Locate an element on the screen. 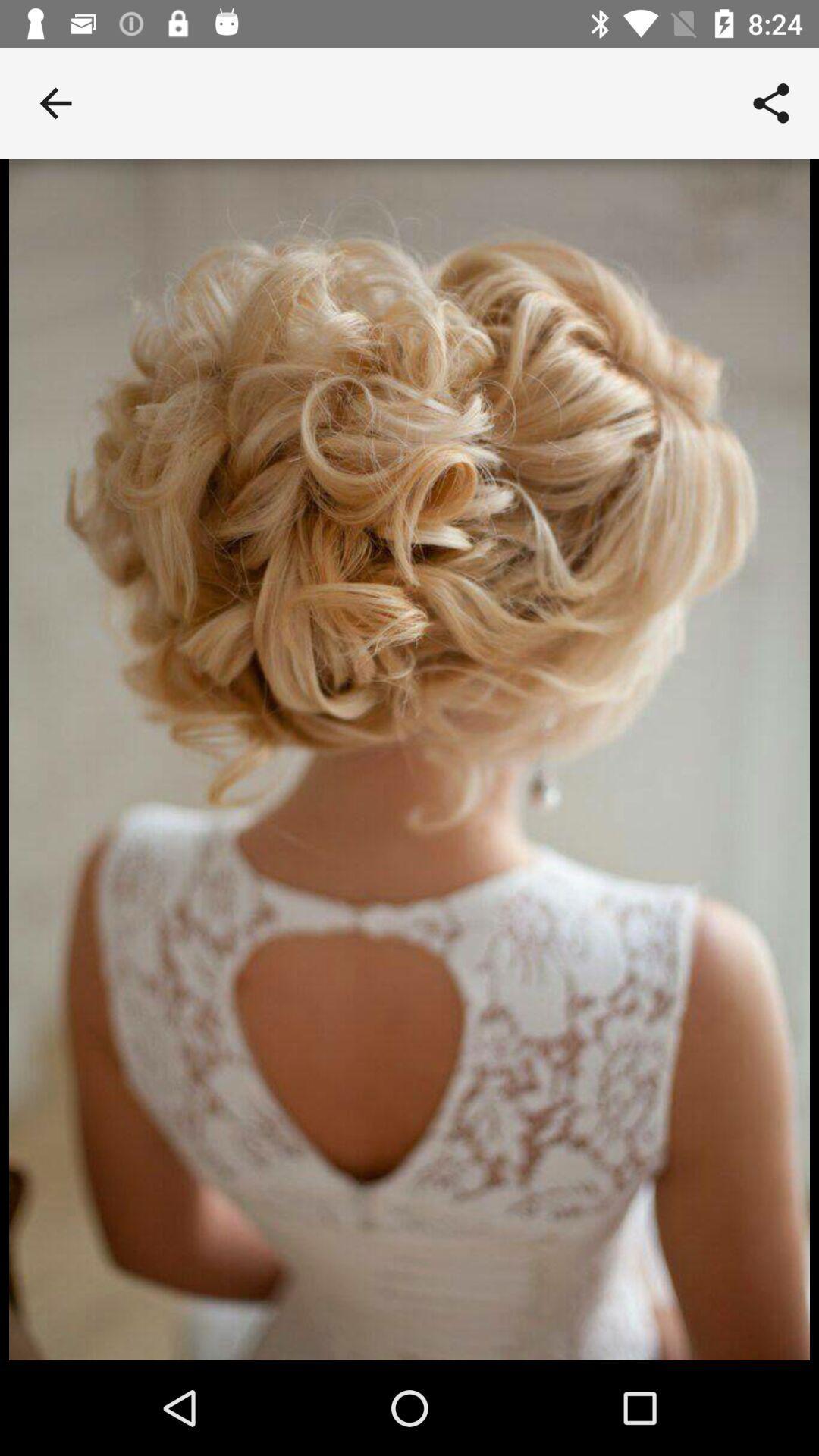 The height and width of the screenshot is (1456, 819). icon at the top left corner is located at coordinates (55, 102).